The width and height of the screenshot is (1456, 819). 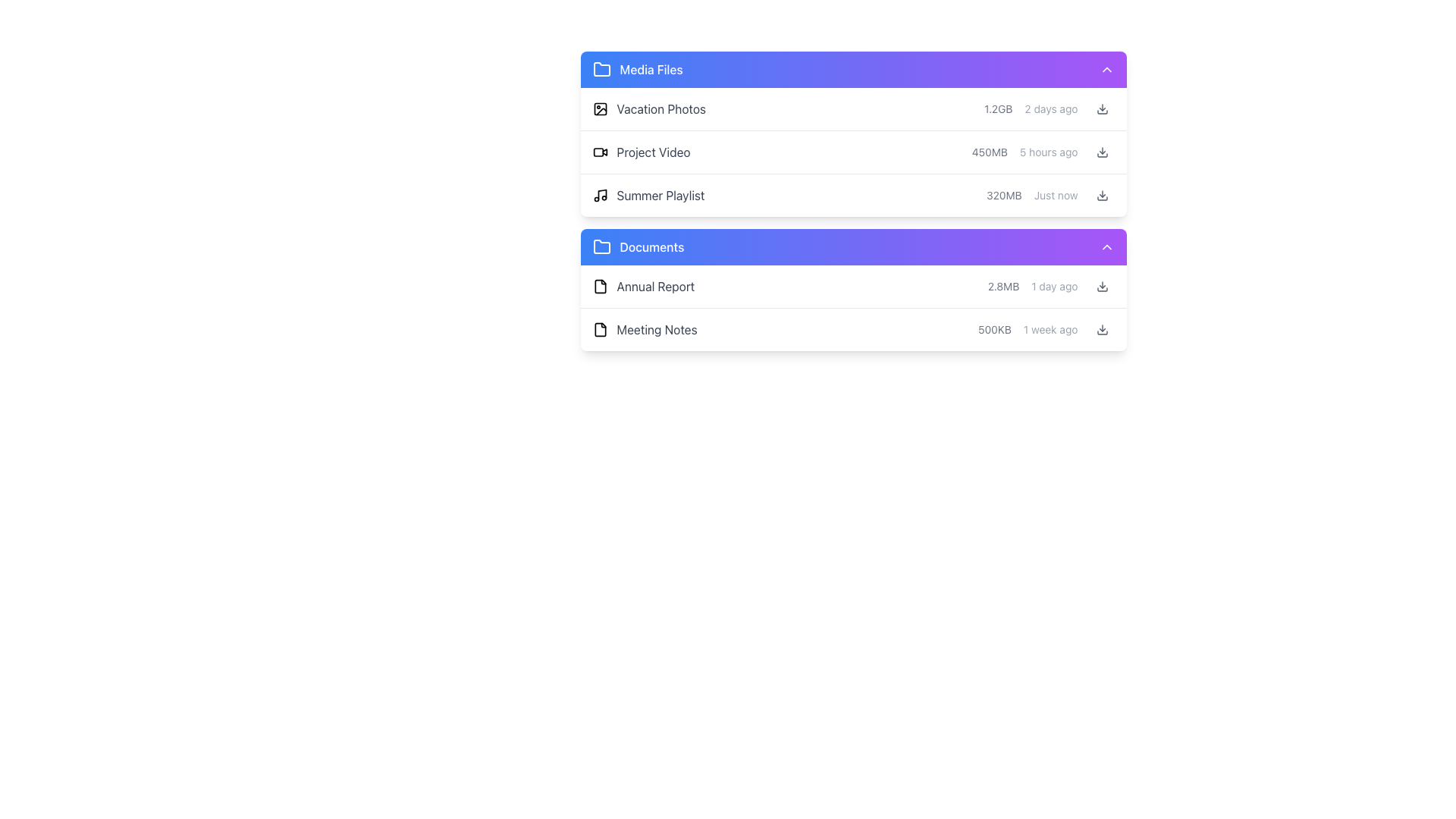 I want to click on text label displaying '320MB' located within the 'Summer Playlist' row, positioned towards the right end near the 'Just now' timestamp, so click(x=1004, y=195).